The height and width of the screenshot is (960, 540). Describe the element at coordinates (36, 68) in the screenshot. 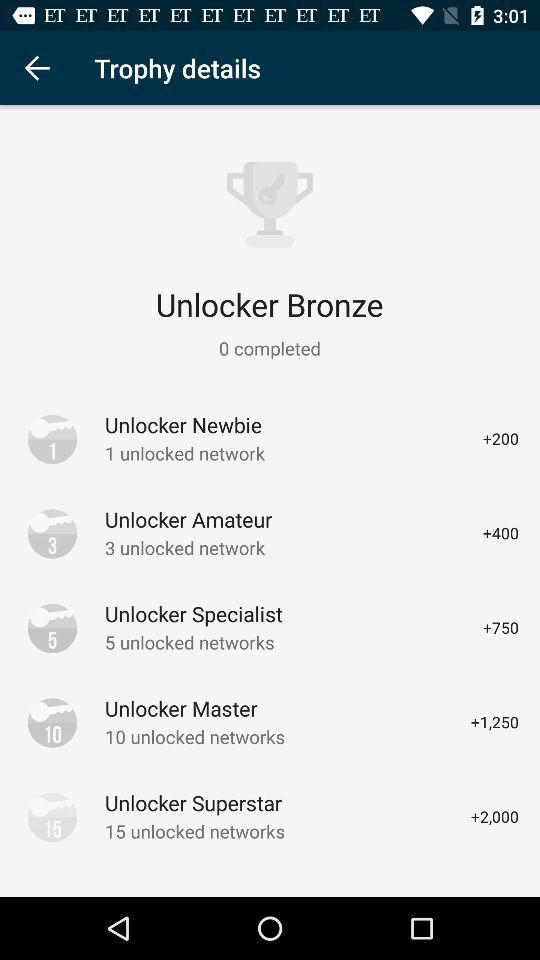

I see `go back` at that location.